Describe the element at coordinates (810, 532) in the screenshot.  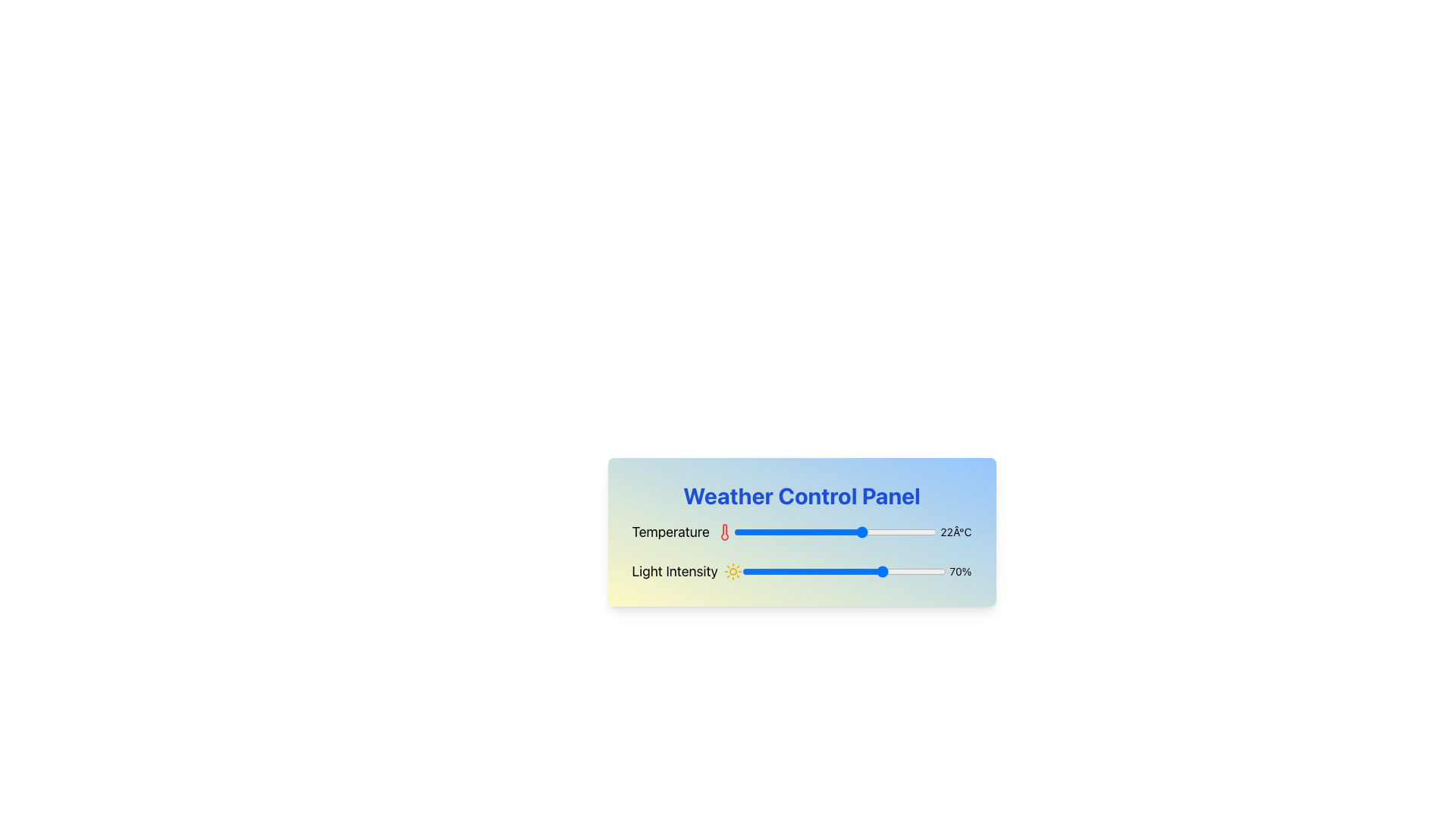
I see `the temperature slider` at that location.